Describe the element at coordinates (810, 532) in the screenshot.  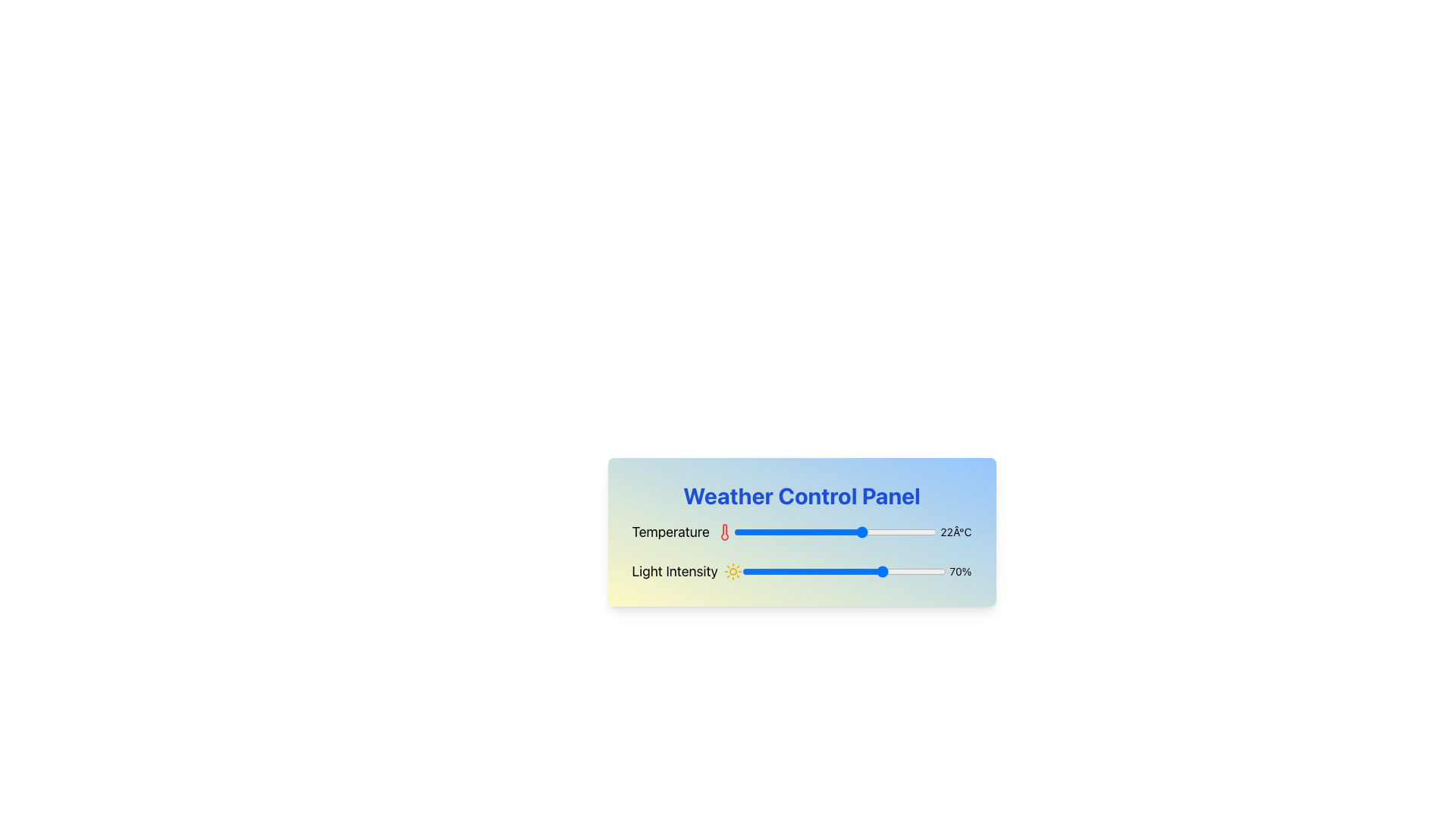
I see `the temperature slider` at that location.